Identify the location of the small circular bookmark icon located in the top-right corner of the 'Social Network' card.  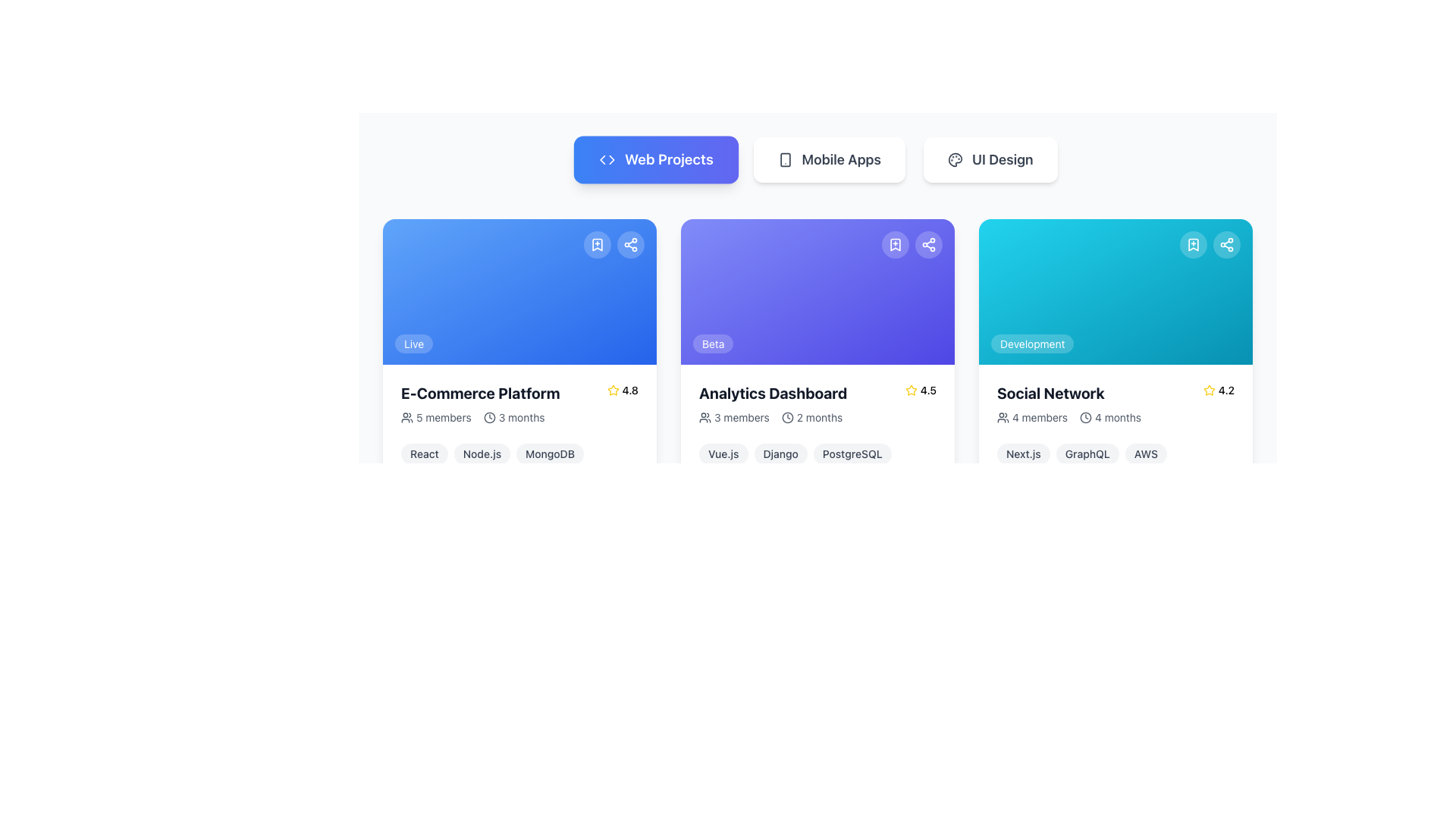
(1210, 244).